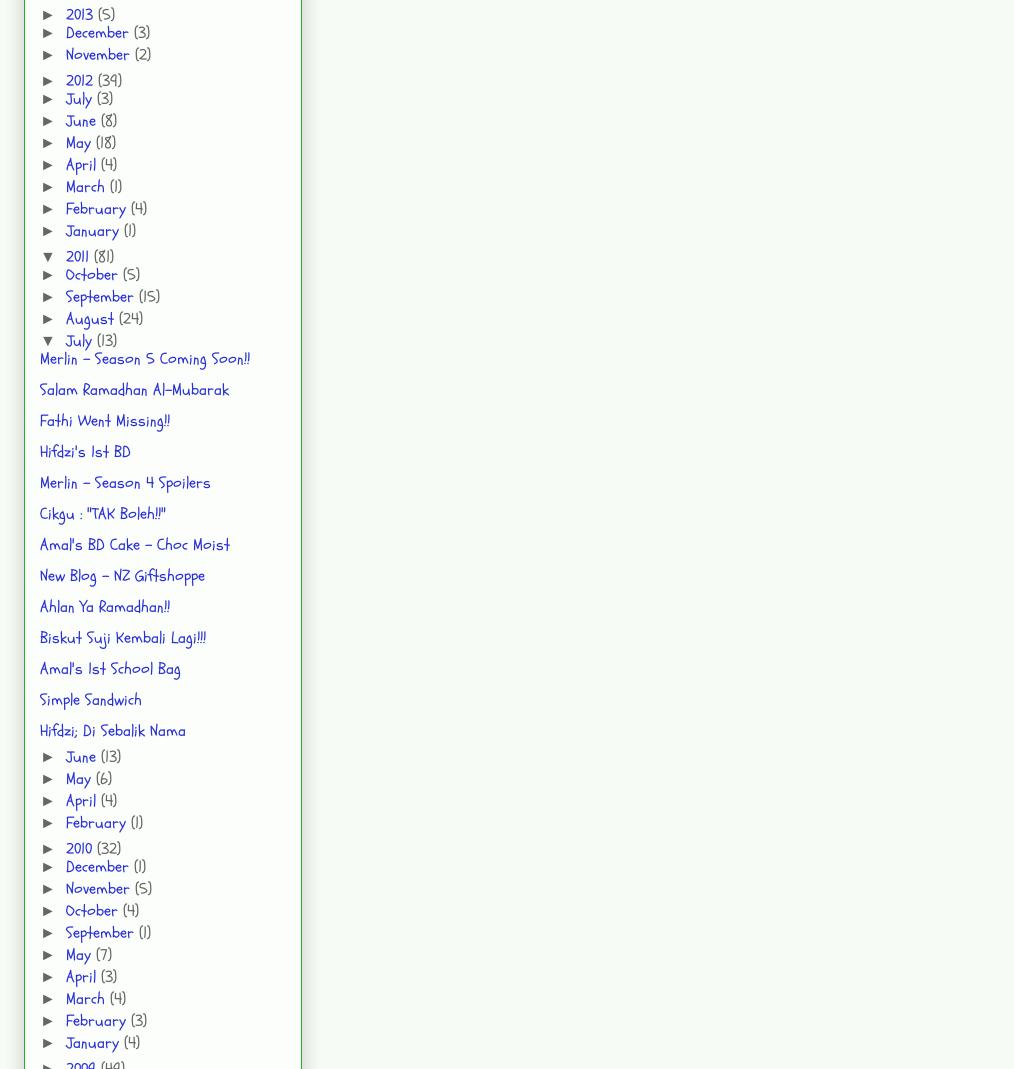 The image size is (1014, 1069). I want to click on 'Ahlan Ya Ramadhan!!', so click(105, 606).